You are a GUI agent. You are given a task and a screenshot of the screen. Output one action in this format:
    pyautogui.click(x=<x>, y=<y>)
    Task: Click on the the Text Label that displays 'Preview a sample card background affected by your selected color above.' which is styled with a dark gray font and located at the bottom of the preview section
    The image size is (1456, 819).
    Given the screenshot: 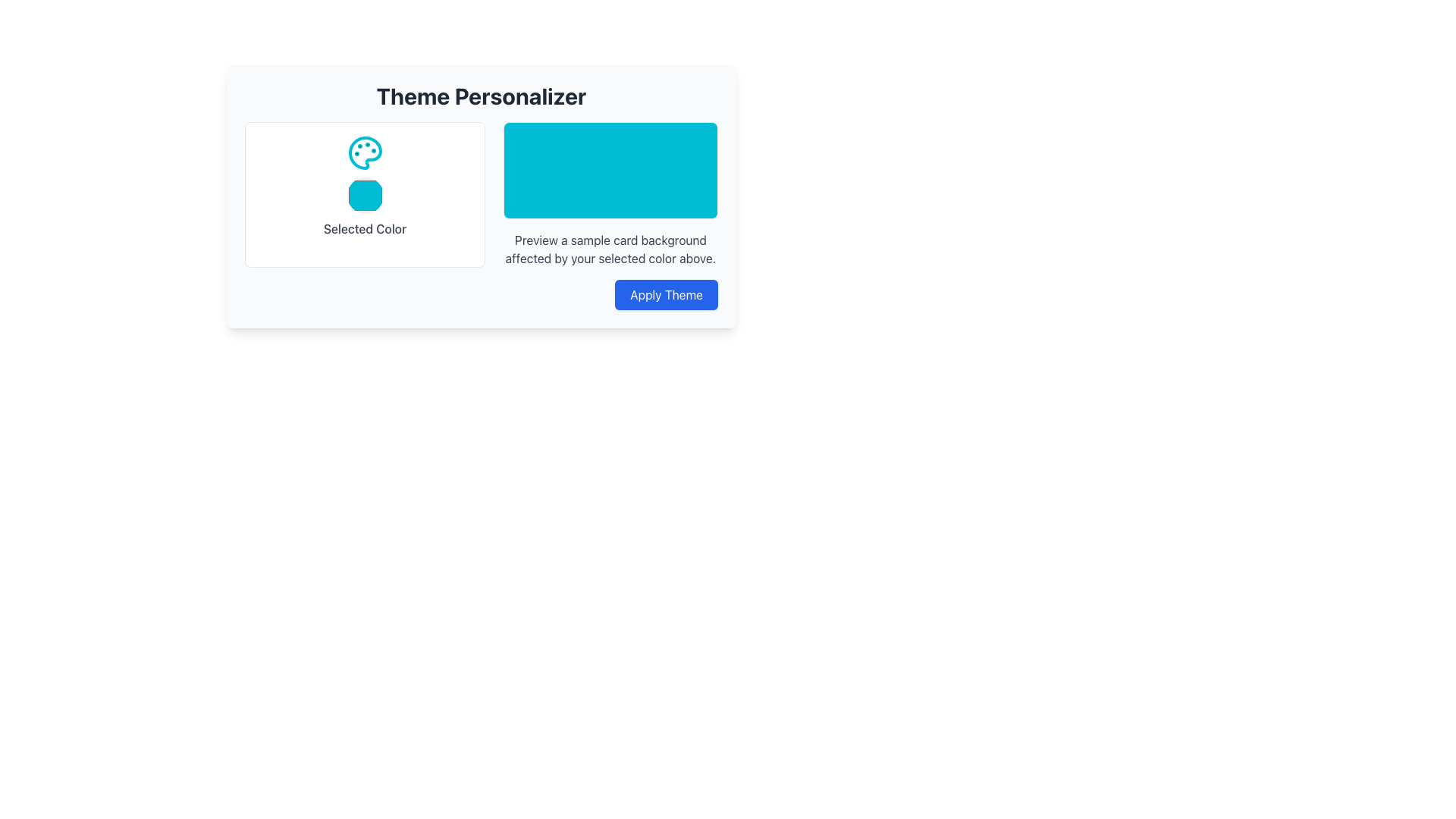 What is the action you would take?
    pyautogui.click(x=610, y=248)
    